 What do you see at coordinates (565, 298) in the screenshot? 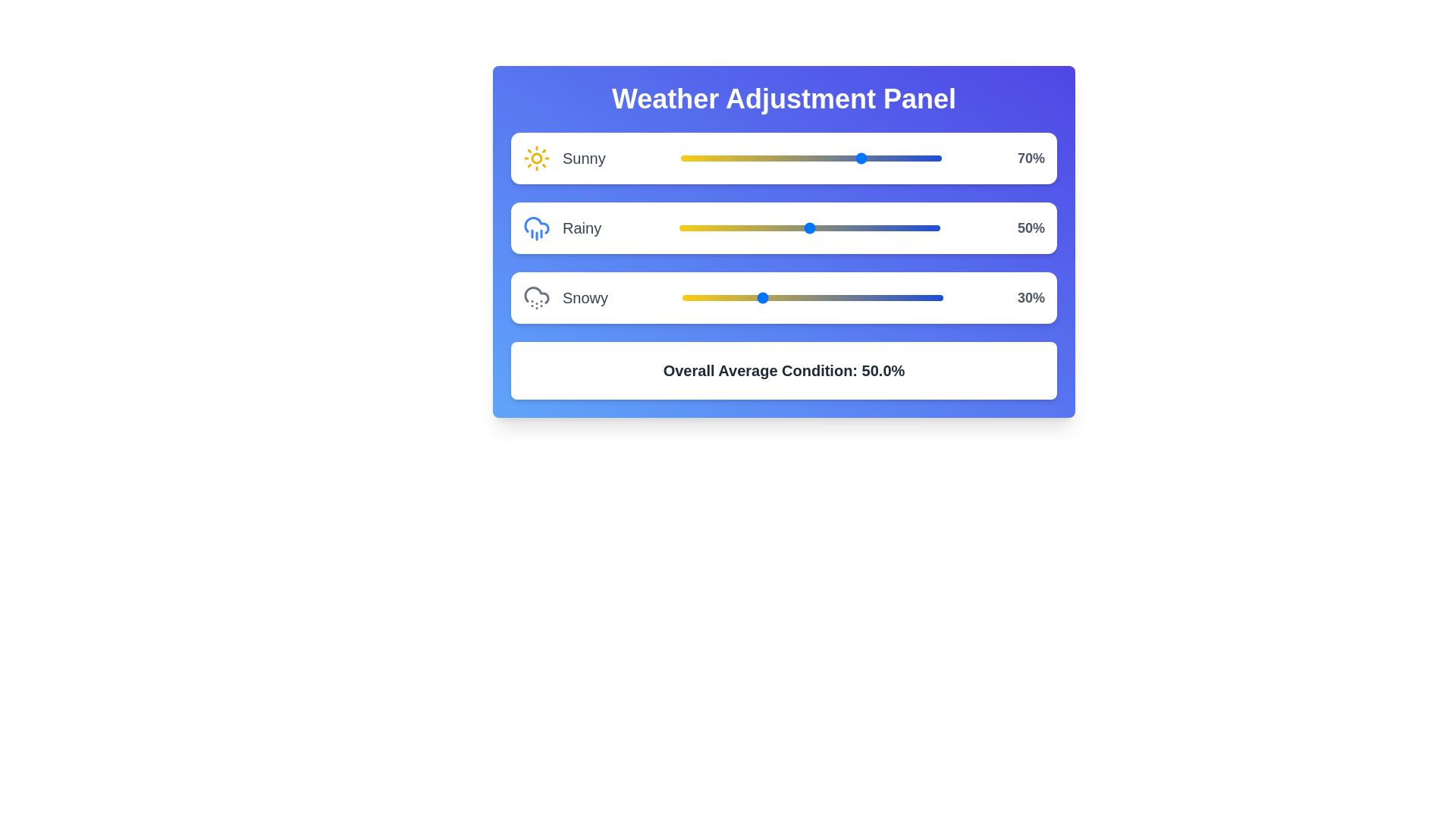
I see `the 'snowy' weather condition element, which includes a grayish icon of a snow cloud and the emphasized text 'snowy', located in the weather adjustment panel on the third row` at bounding box center [565, 298].